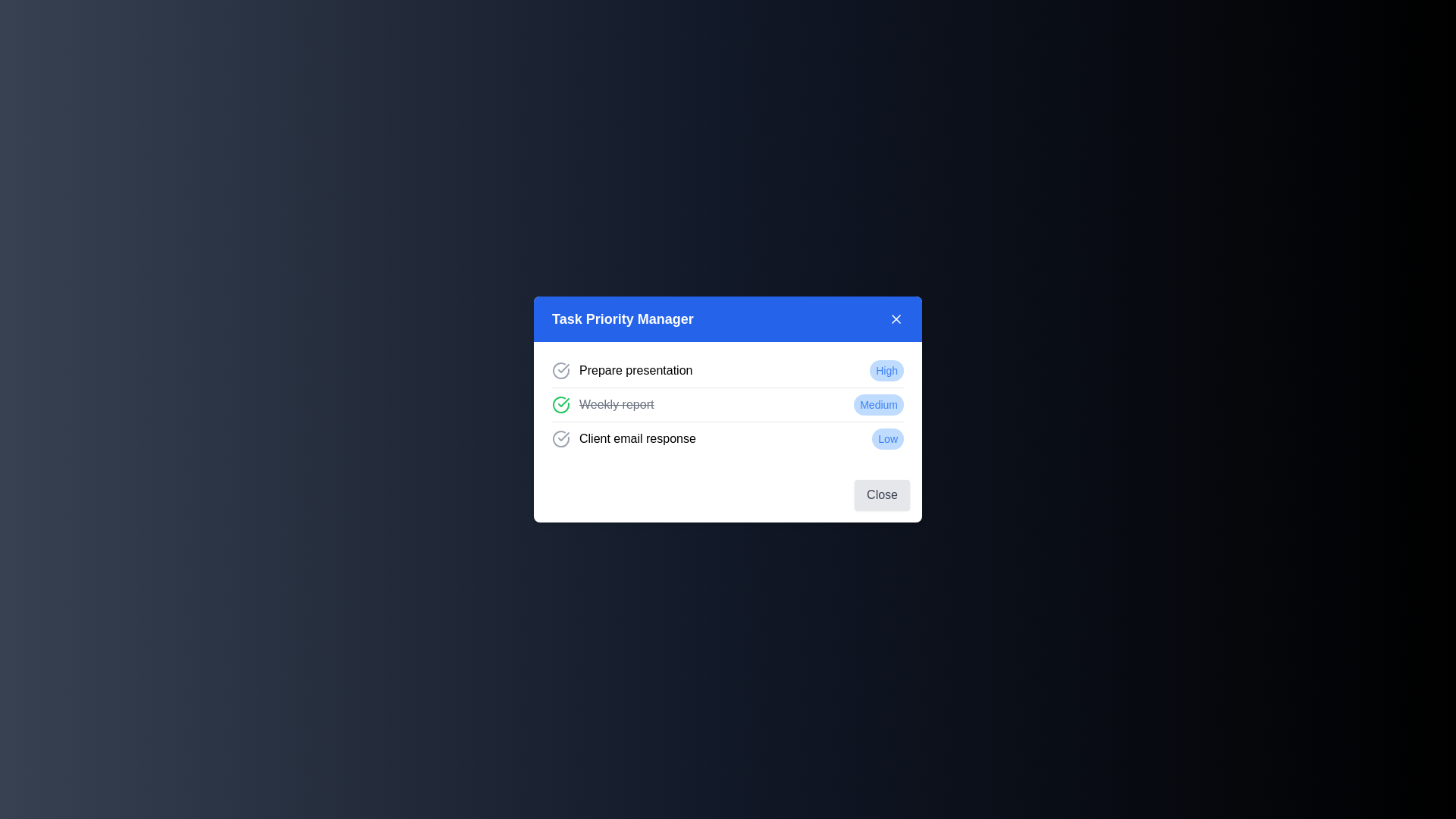 Image resolution: width=1456 pixels, height=819 pixels. I want to click on the state of the checkmark icon indicating completion for the 'Weekly report' task, so click(563, 402).